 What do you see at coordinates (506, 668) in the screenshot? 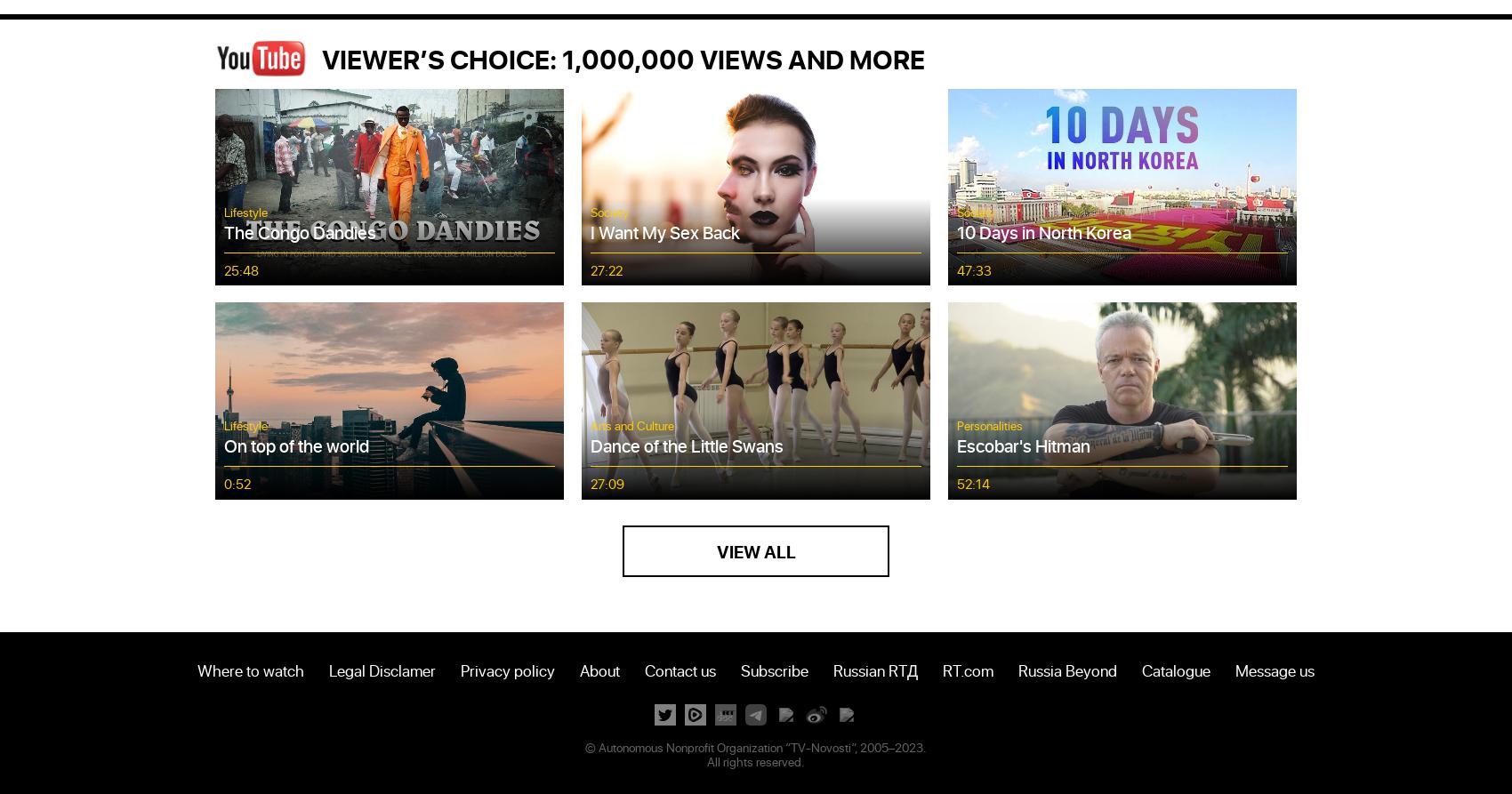
I see `'Privacy policy'` at bounding box center [506, 668].